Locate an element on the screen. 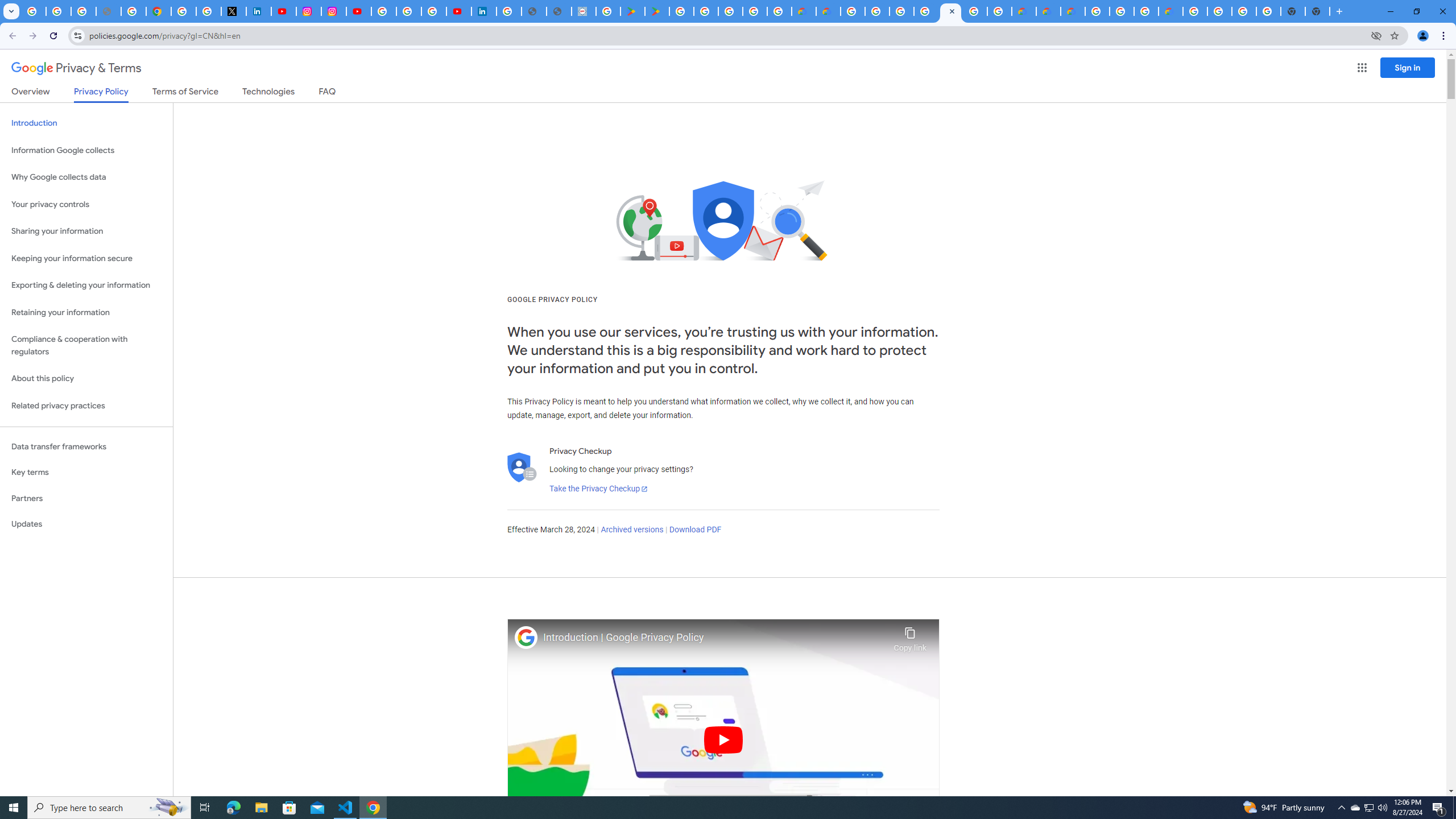  'Sign in - Google Accounts' is located at coordinates (183, 11).